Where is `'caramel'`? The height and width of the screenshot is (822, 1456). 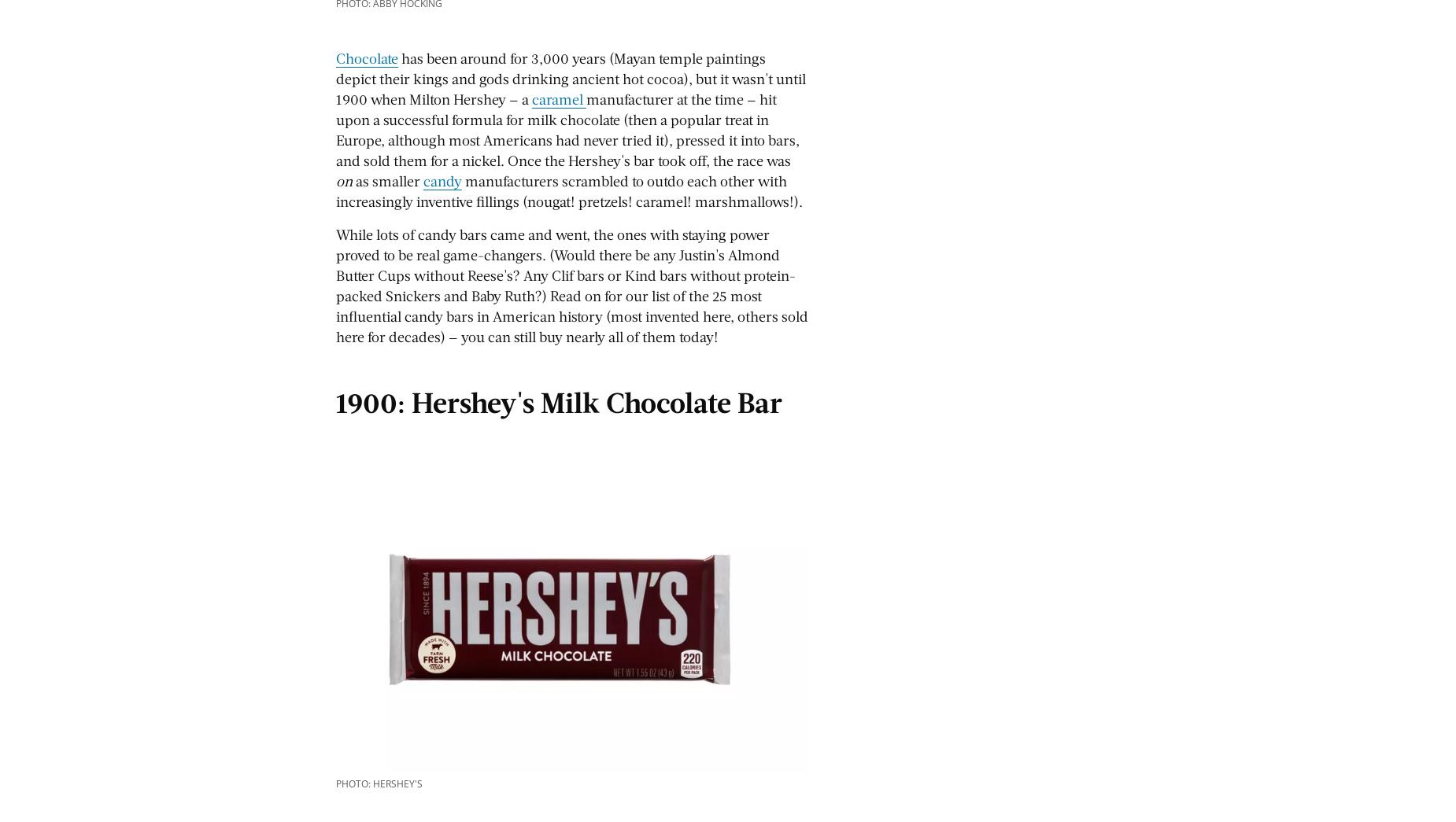 'caramel' is located at coordinates (559, 98).